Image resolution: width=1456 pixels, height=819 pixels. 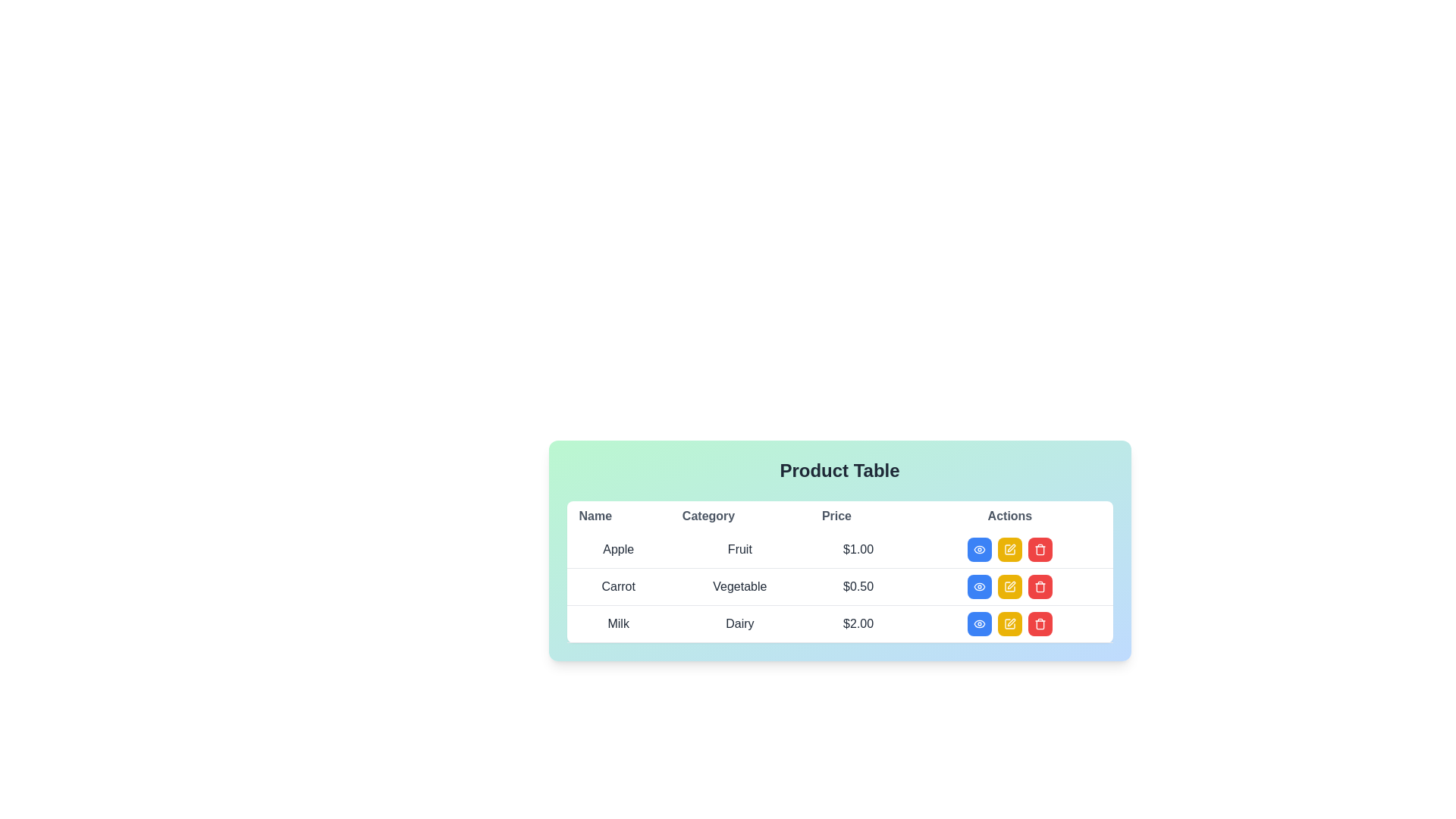 What do you see at coordinates (1009, 623) in the screenshot?
I see `the icon located in the top-right corner of the 'Actions' column for the 'Milk' dairy entry` at bounding box center [1009, 623].